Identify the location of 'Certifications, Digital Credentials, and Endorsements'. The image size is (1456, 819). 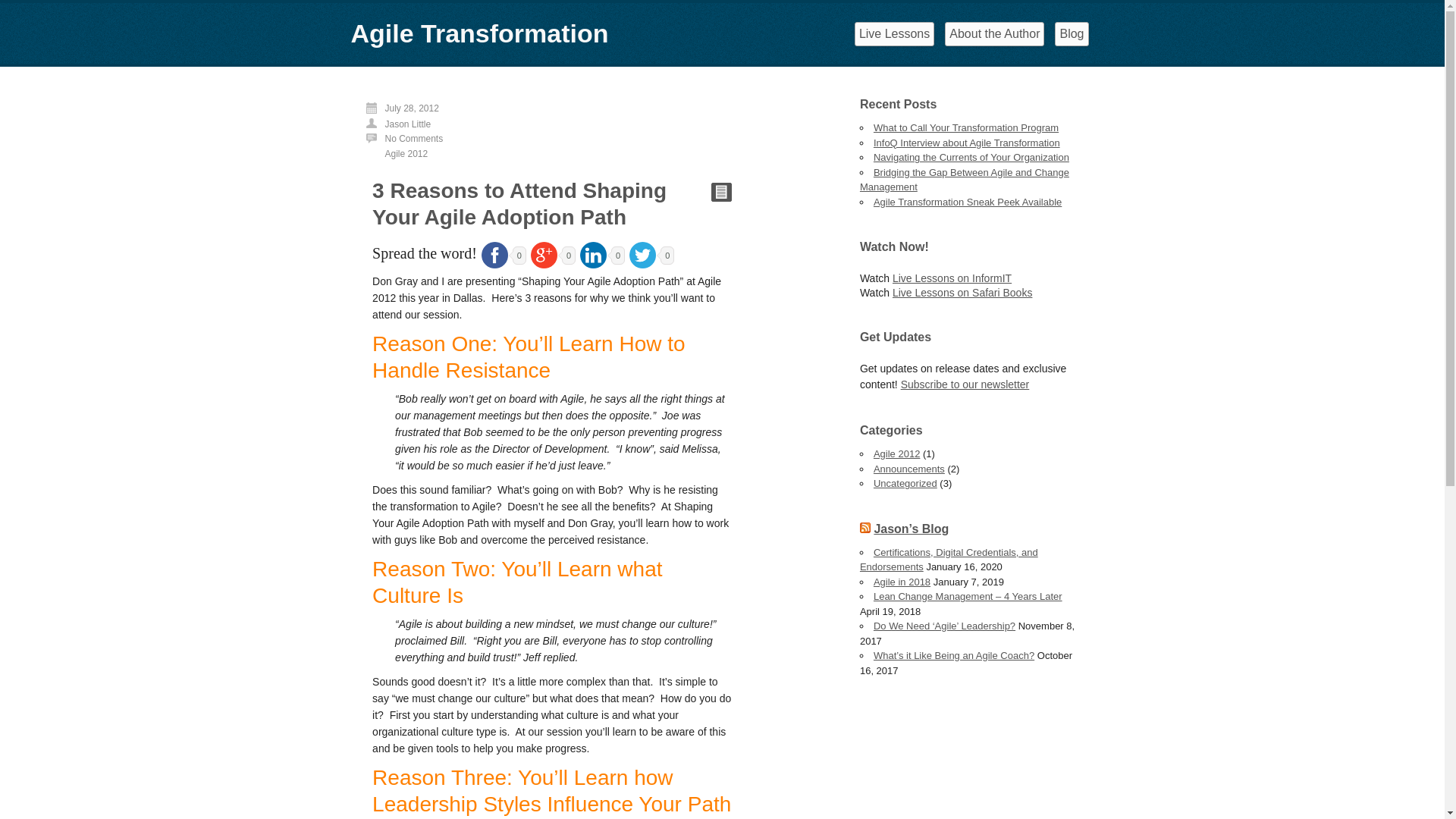
(948, 559).